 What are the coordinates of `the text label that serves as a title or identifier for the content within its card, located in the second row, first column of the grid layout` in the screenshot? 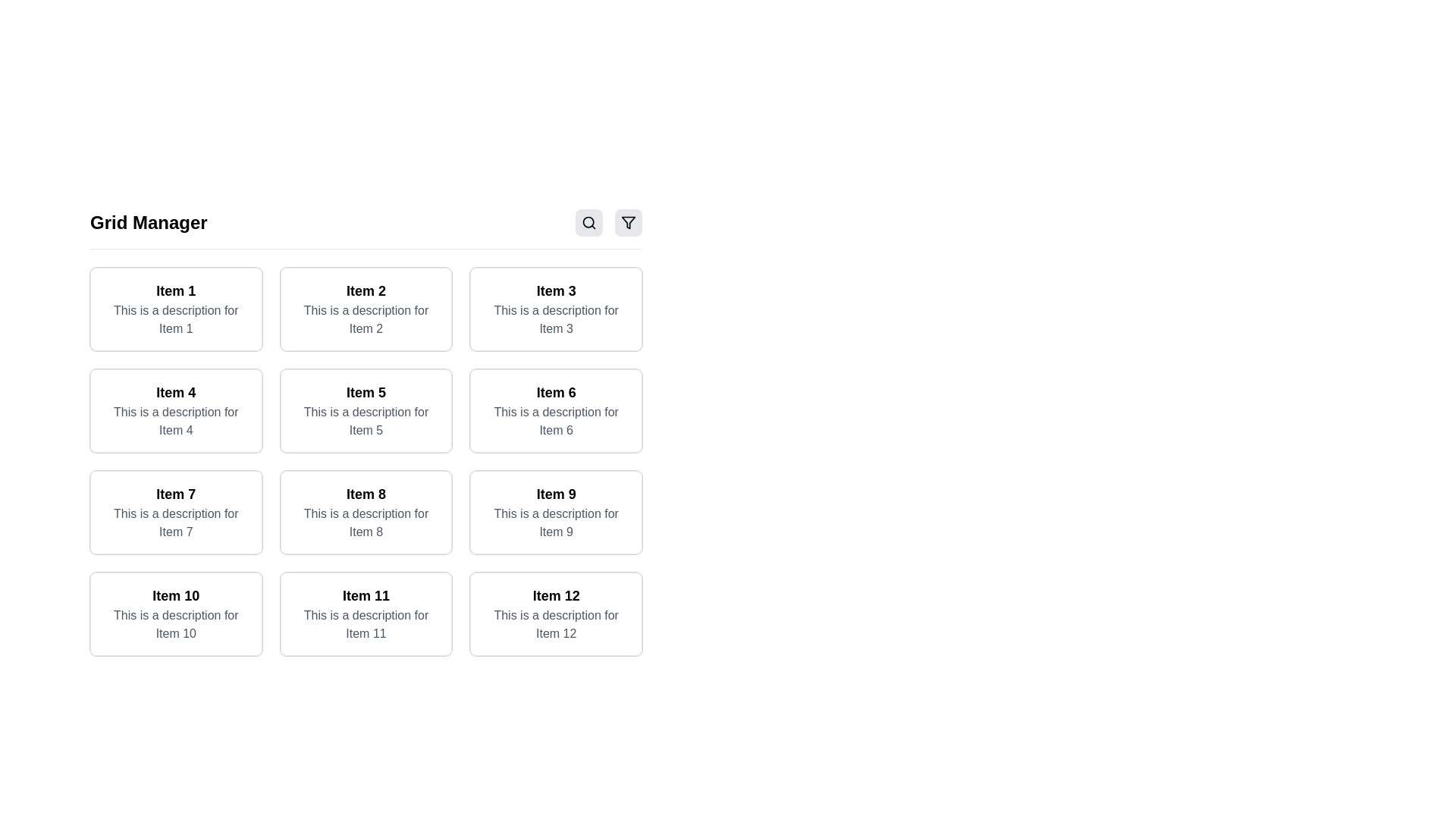 It's located at (176, 391).